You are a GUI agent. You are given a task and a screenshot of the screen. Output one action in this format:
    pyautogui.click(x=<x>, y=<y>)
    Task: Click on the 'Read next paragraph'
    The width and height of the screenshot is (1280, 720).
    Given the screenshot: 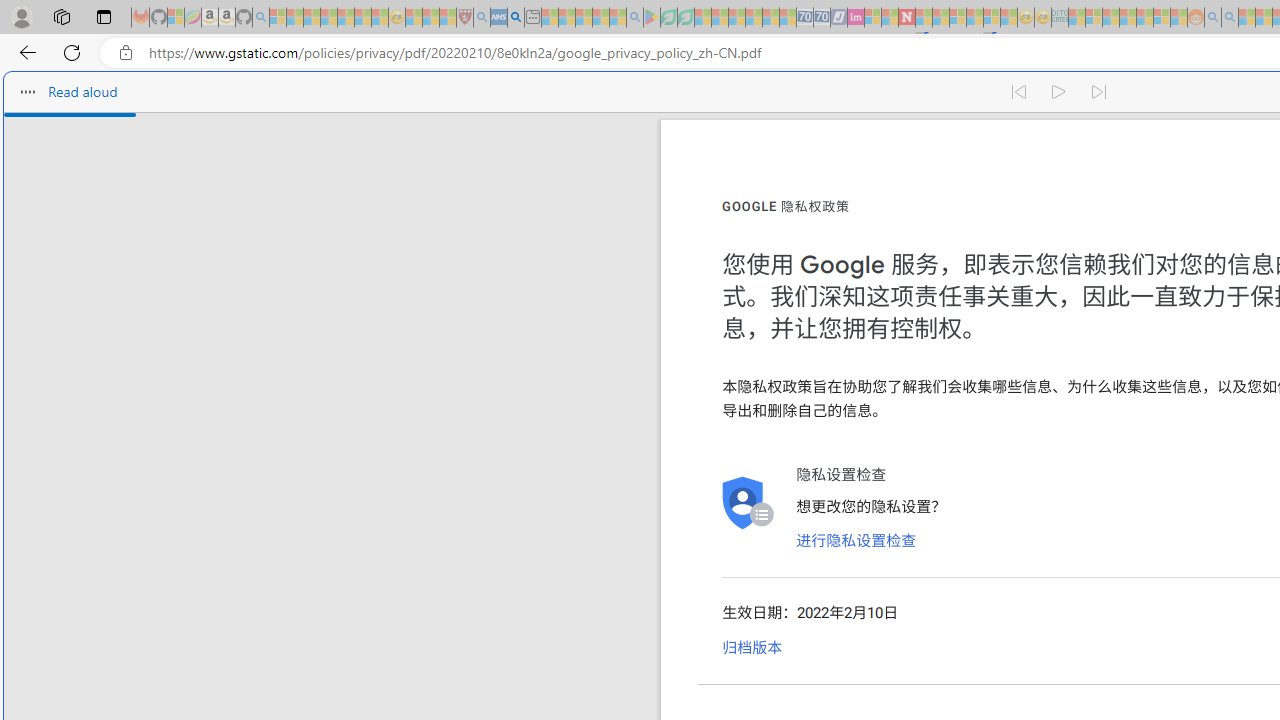 What is the action you would take?
    pyautogui.click(x=1098, y=92)
    